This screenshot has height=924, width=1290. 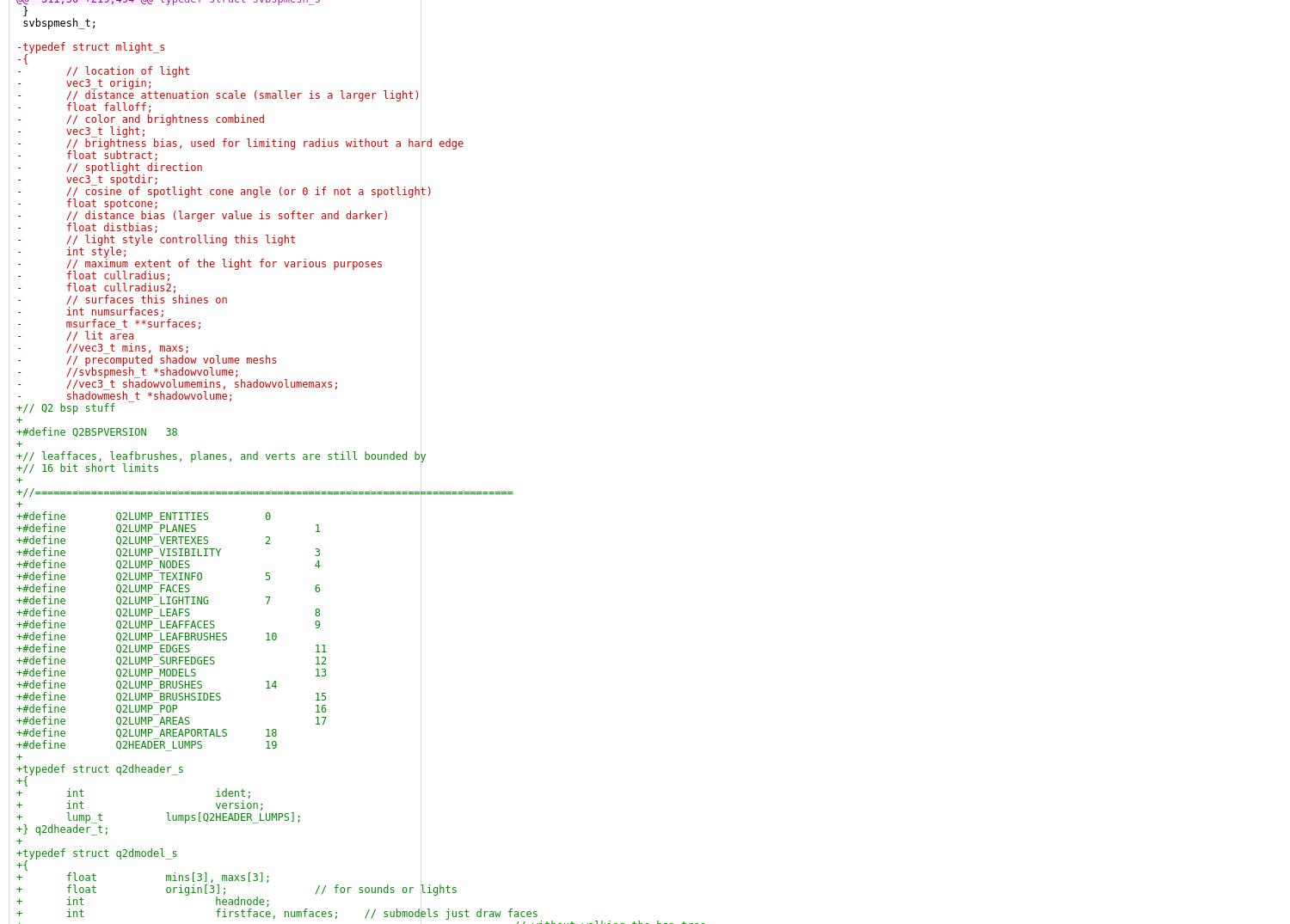 What do you see at coordinates (87, 178) in the screenshot?
I see `'-       vec3_t spotdir;'` at bounding box center [87, 178].